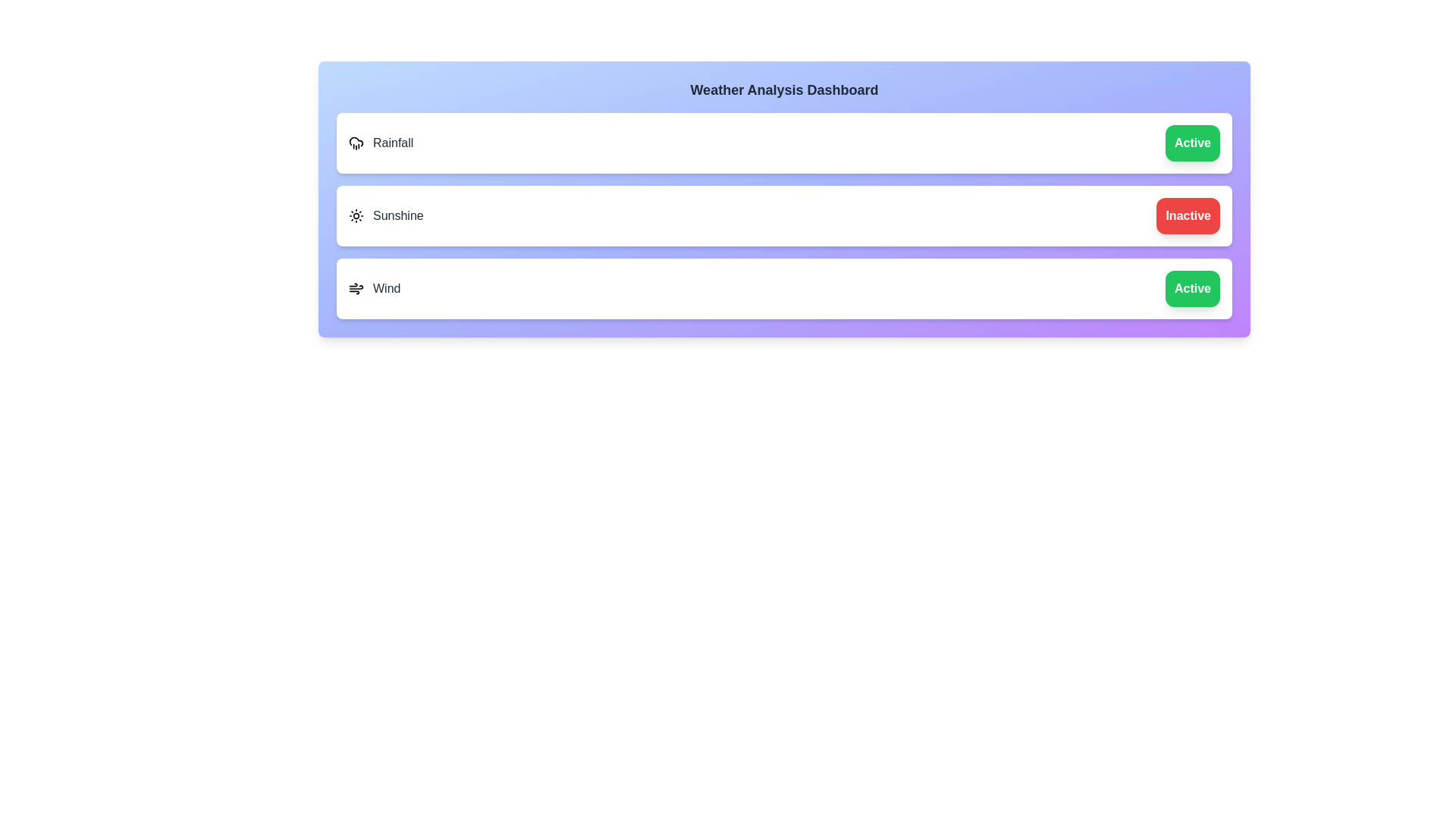 Image resolution: width=1456 pixels, height=819 pixels. Describe the element at coordinates (356, 289) in the screenshot. I see `the icon for the feature Wind to toggle its state` at that location.